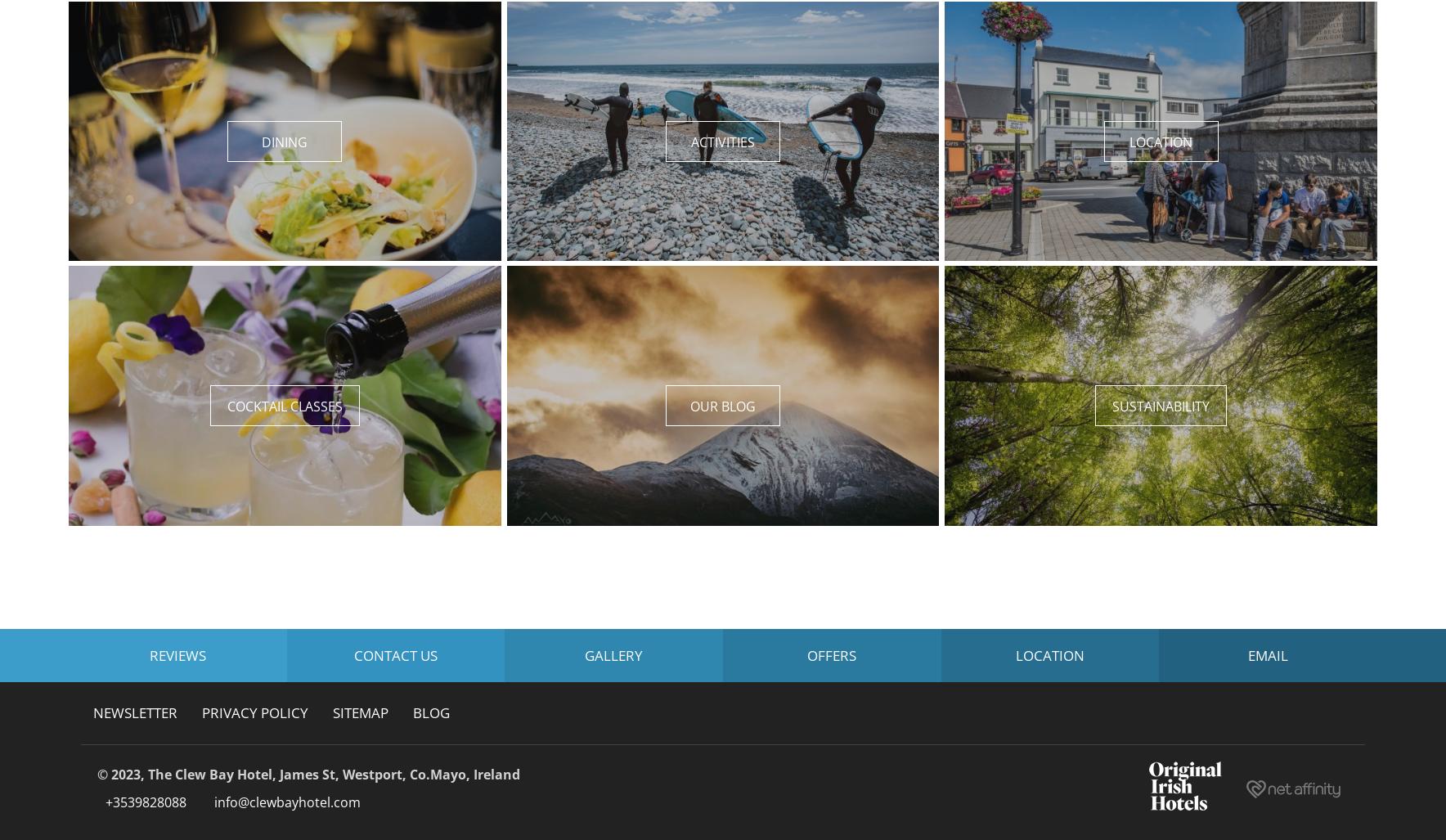 This screenshot has width=1446, height=840. Describe the element at coordinates (394, 654) in the screenshot. I see `'Contact Us'` at that location.